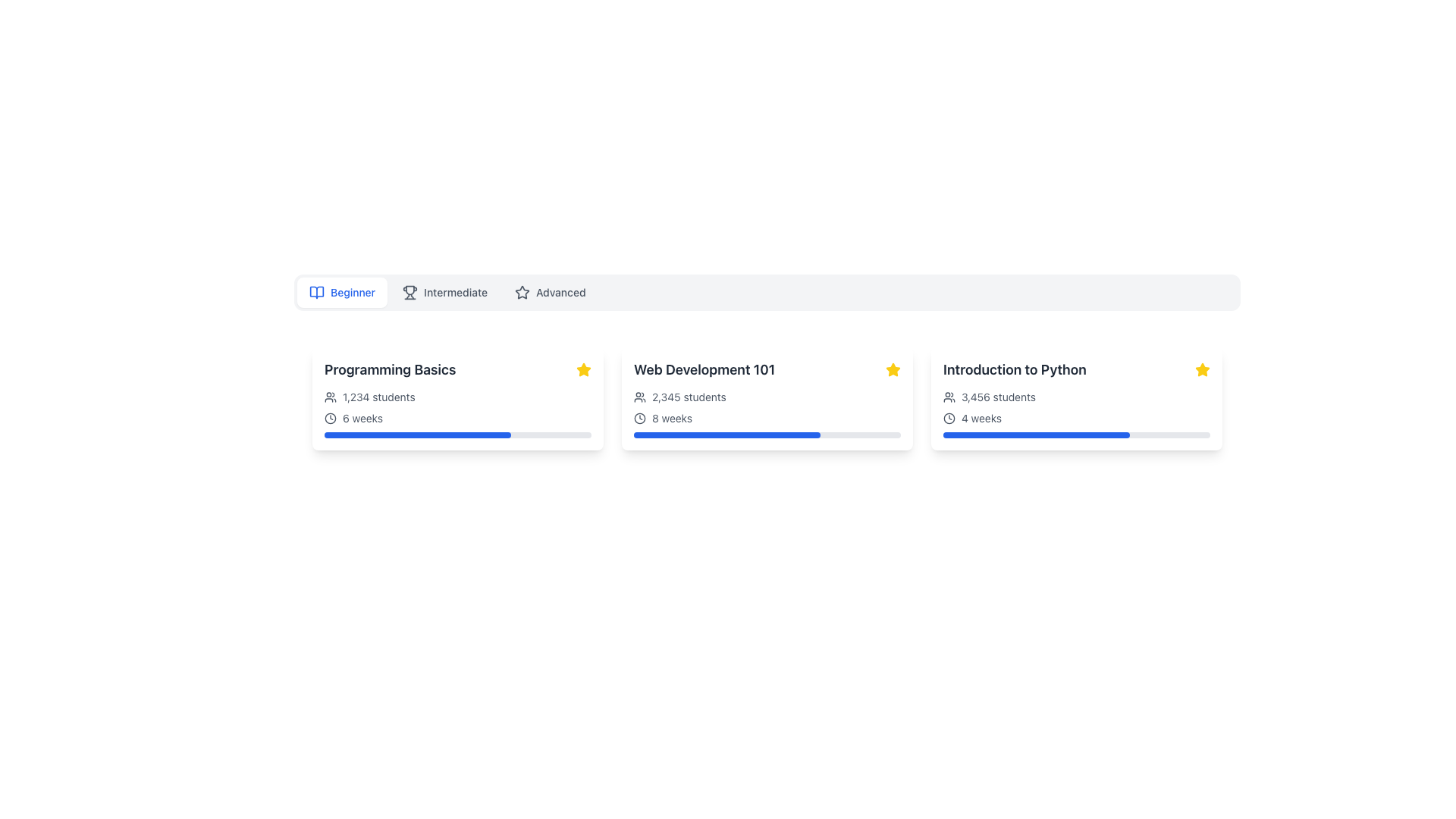 The image size is (1456, 819). What do you see at coordinates (640, 397) in the screenshot?
I see `the small graphical icon shaped like two overlapping human figures, located at the top-left corner of the '2,345 students' text label within the card titled 'Web Development 101'` at bounding box center [640, 397].